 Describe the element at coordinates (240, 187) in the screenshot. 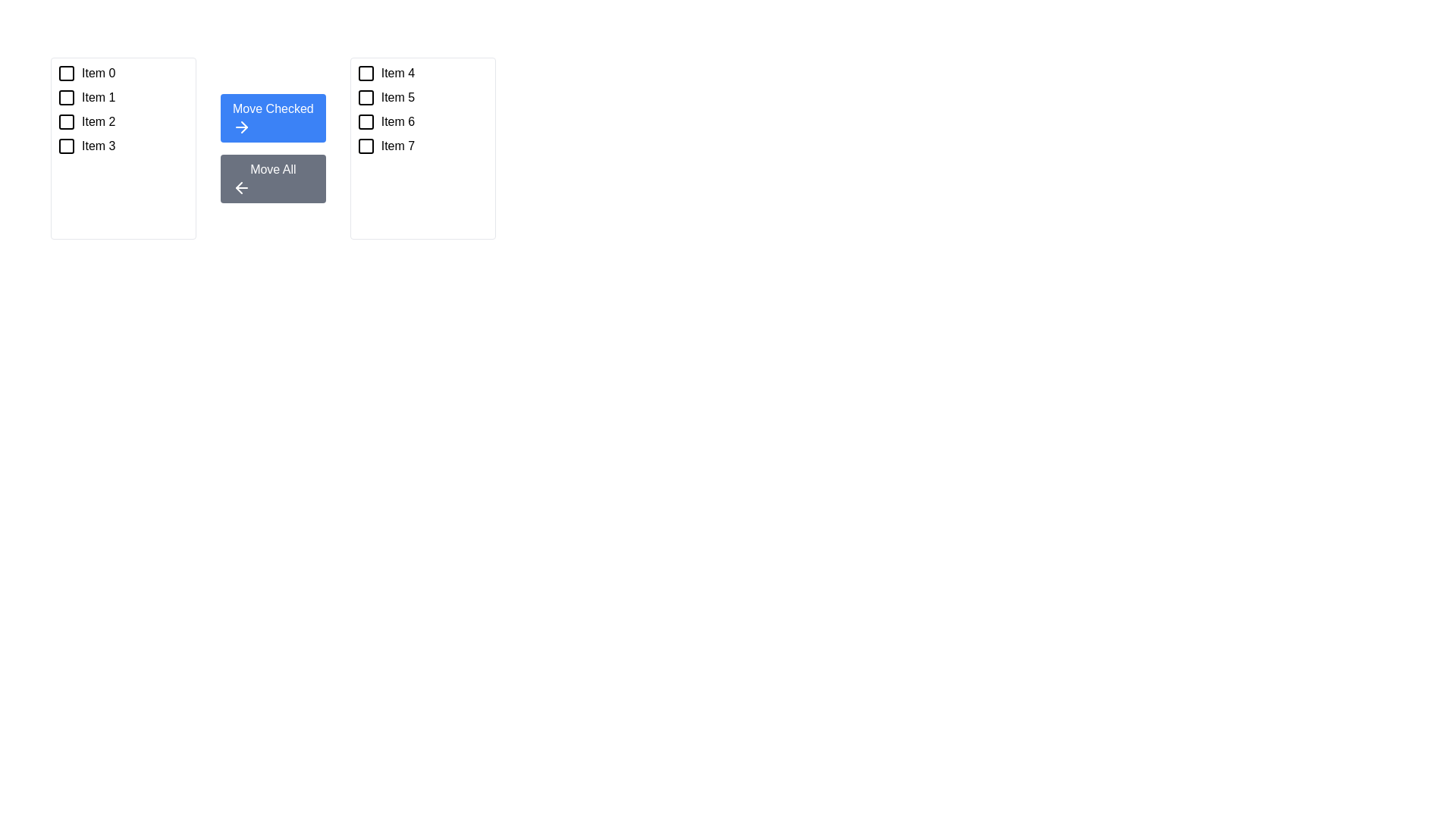

I see `the leftward arrow icon within the 'Move All' button located at the bottom center of the layout` at that location.